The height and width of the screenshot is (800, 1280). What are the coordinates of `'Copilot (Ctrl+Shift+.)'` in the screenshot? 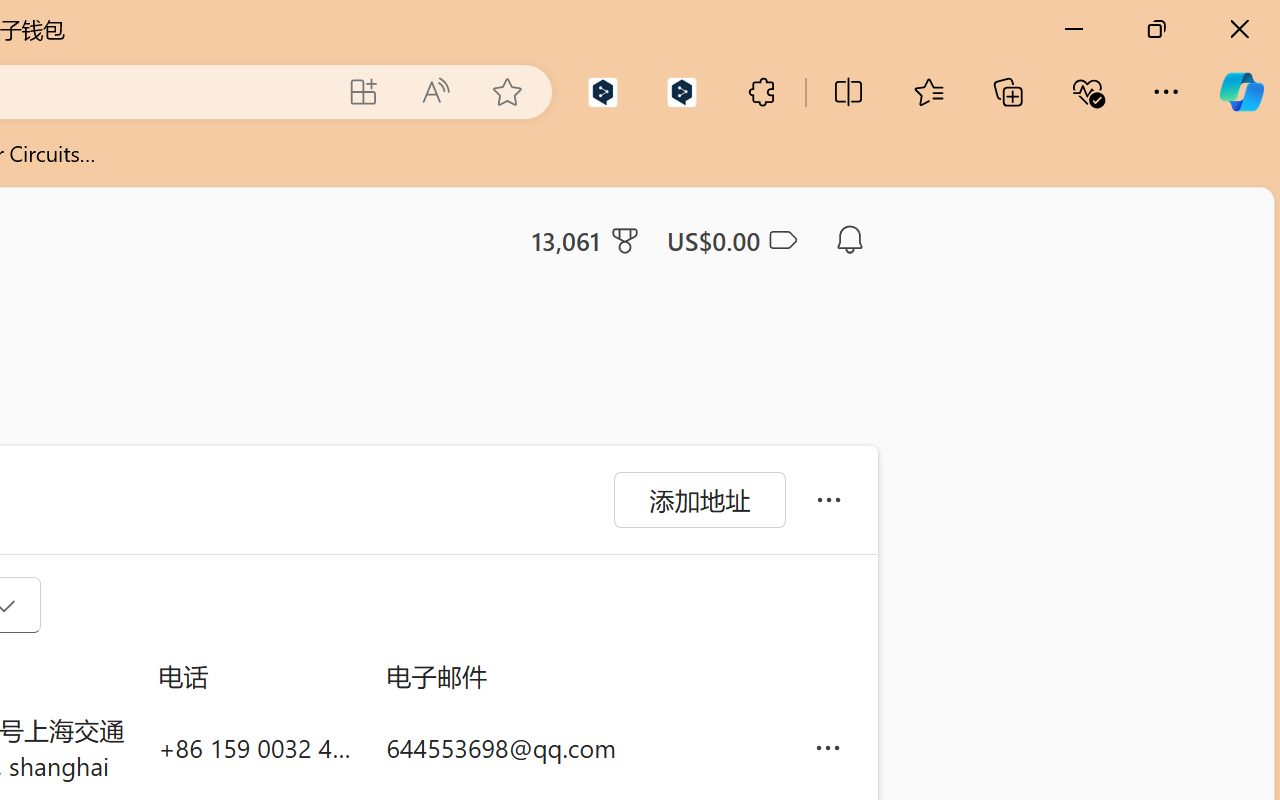 It's located at (1240, 91).